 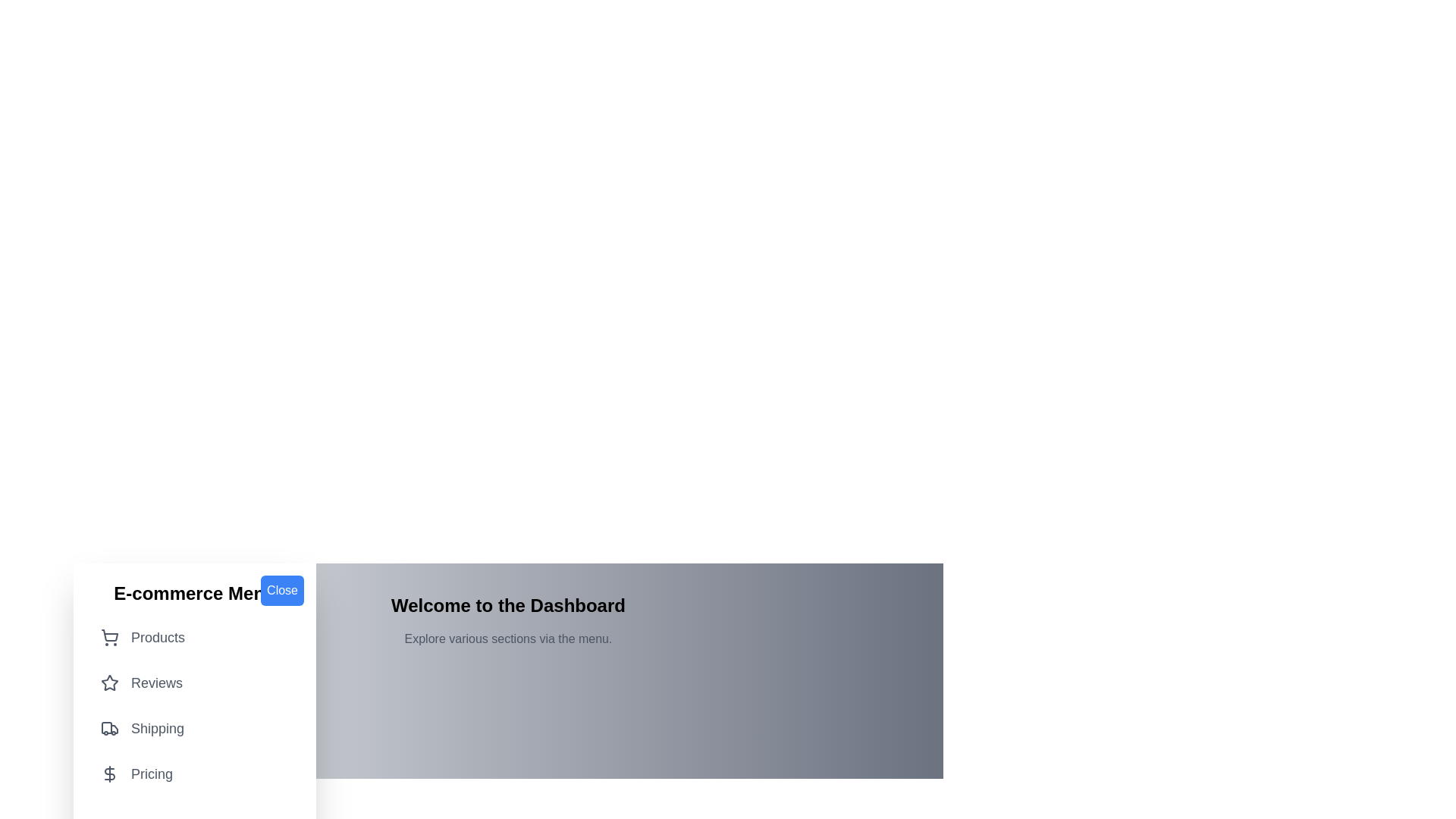 What do you see at coordinates (282, 590) in the screenshot?
I see `the 'Close' button to toggle the menu visibility` at bounding box center [282, 590].